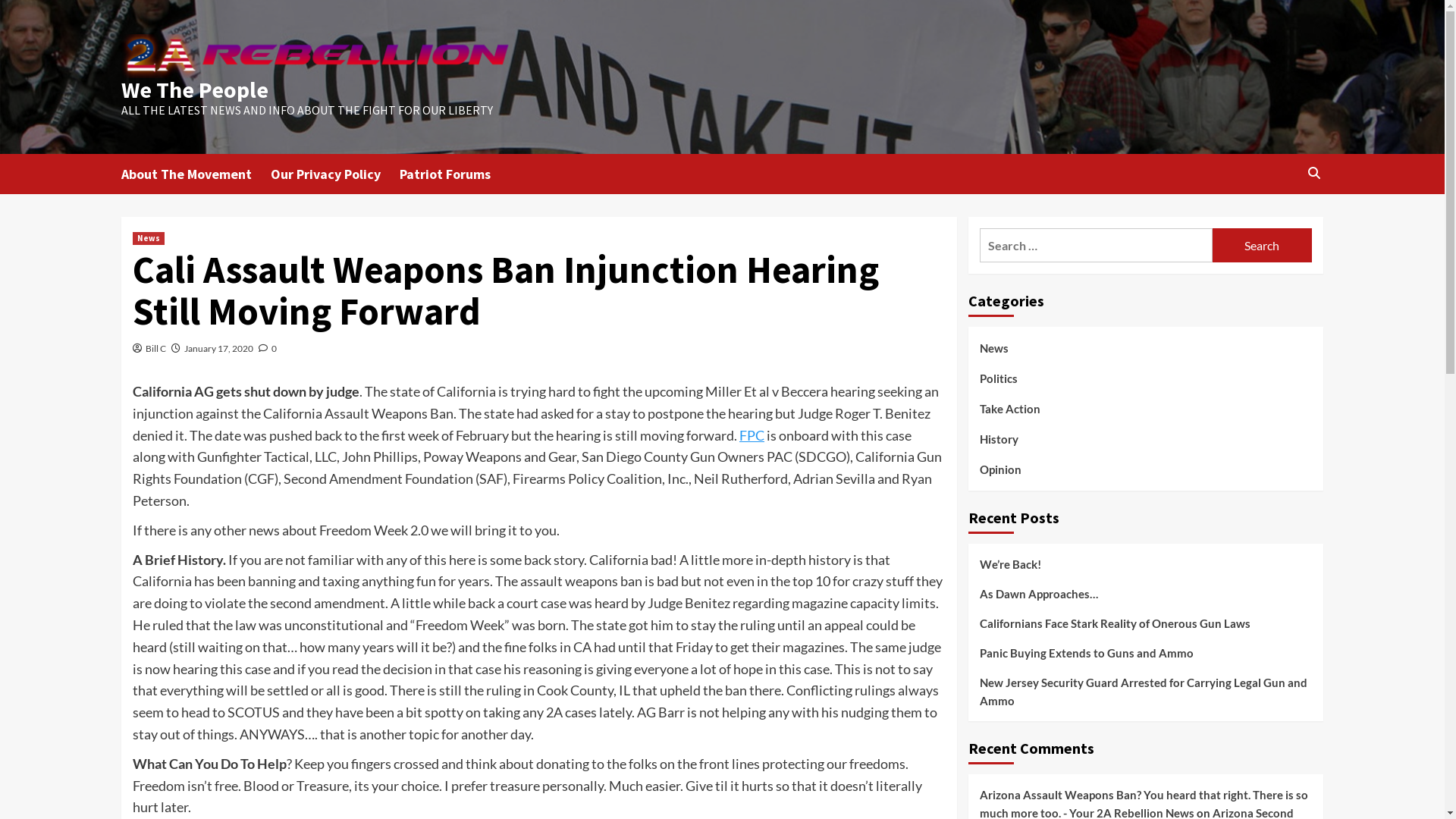  Describe the element at coordinates (334, 173) in the screenshot. I see `'Our Privacy Policy'` at that location.